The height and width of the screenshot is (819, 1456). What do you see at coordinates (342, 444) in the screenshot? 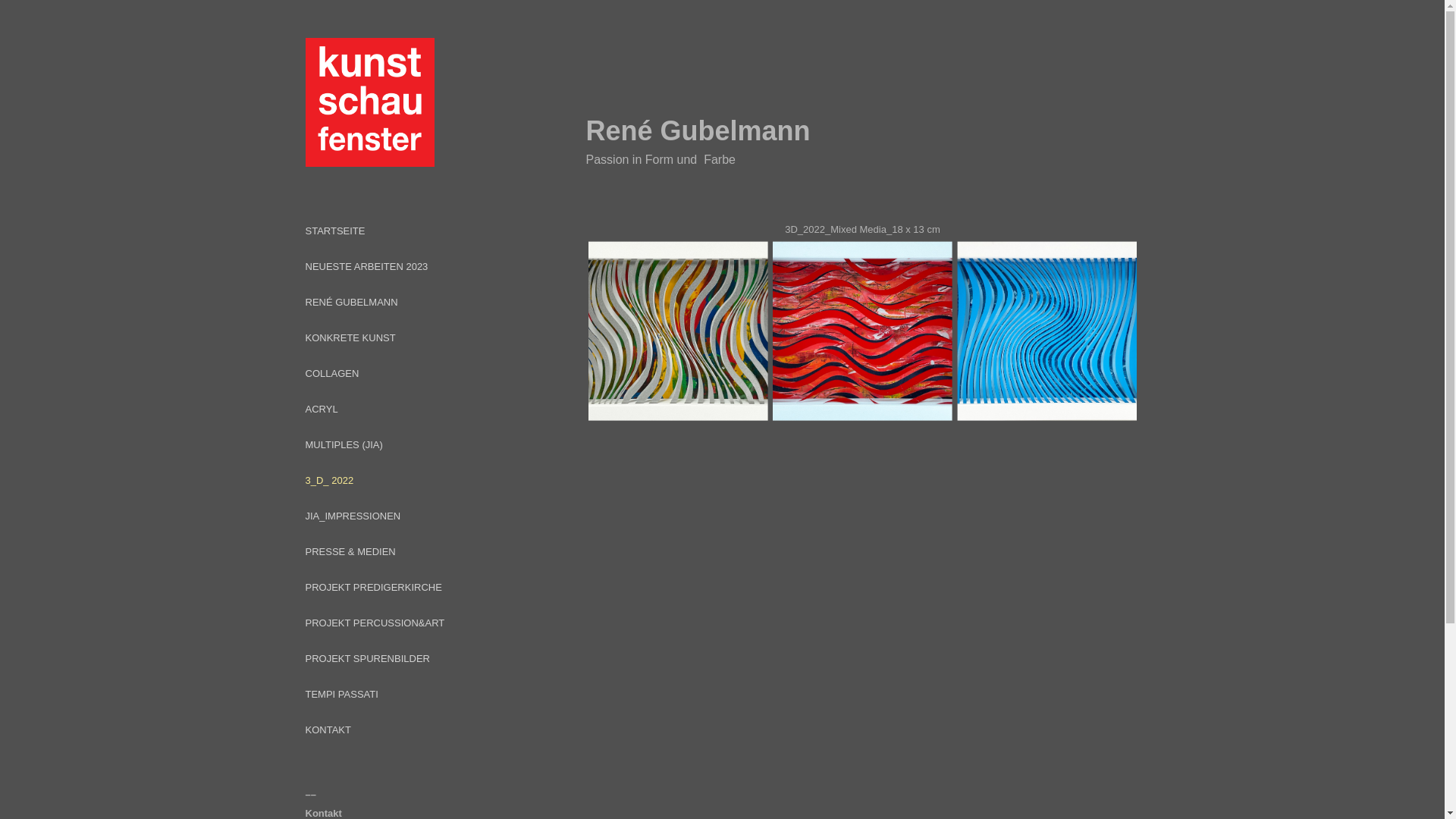
I see `'MULTIPLES (JIA)'` at bounding box center [342, 444].